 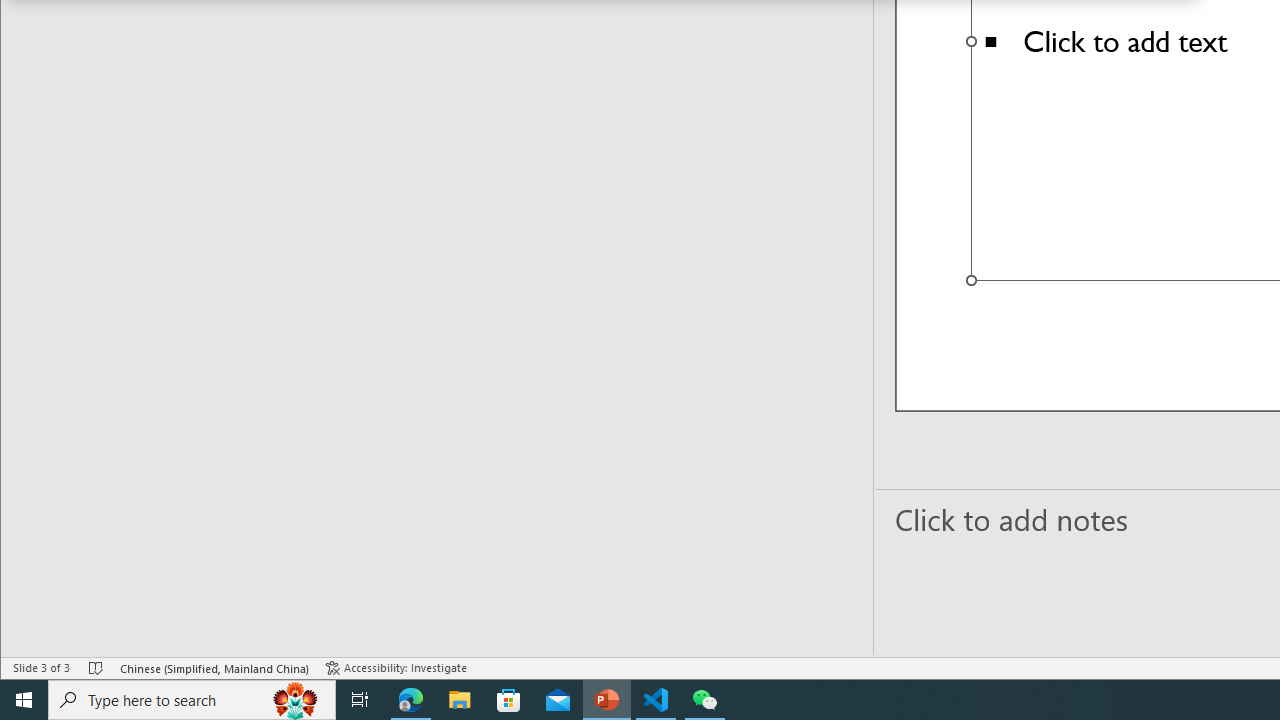 I want to click on 'File Explorer', so click(x=459, y=698).